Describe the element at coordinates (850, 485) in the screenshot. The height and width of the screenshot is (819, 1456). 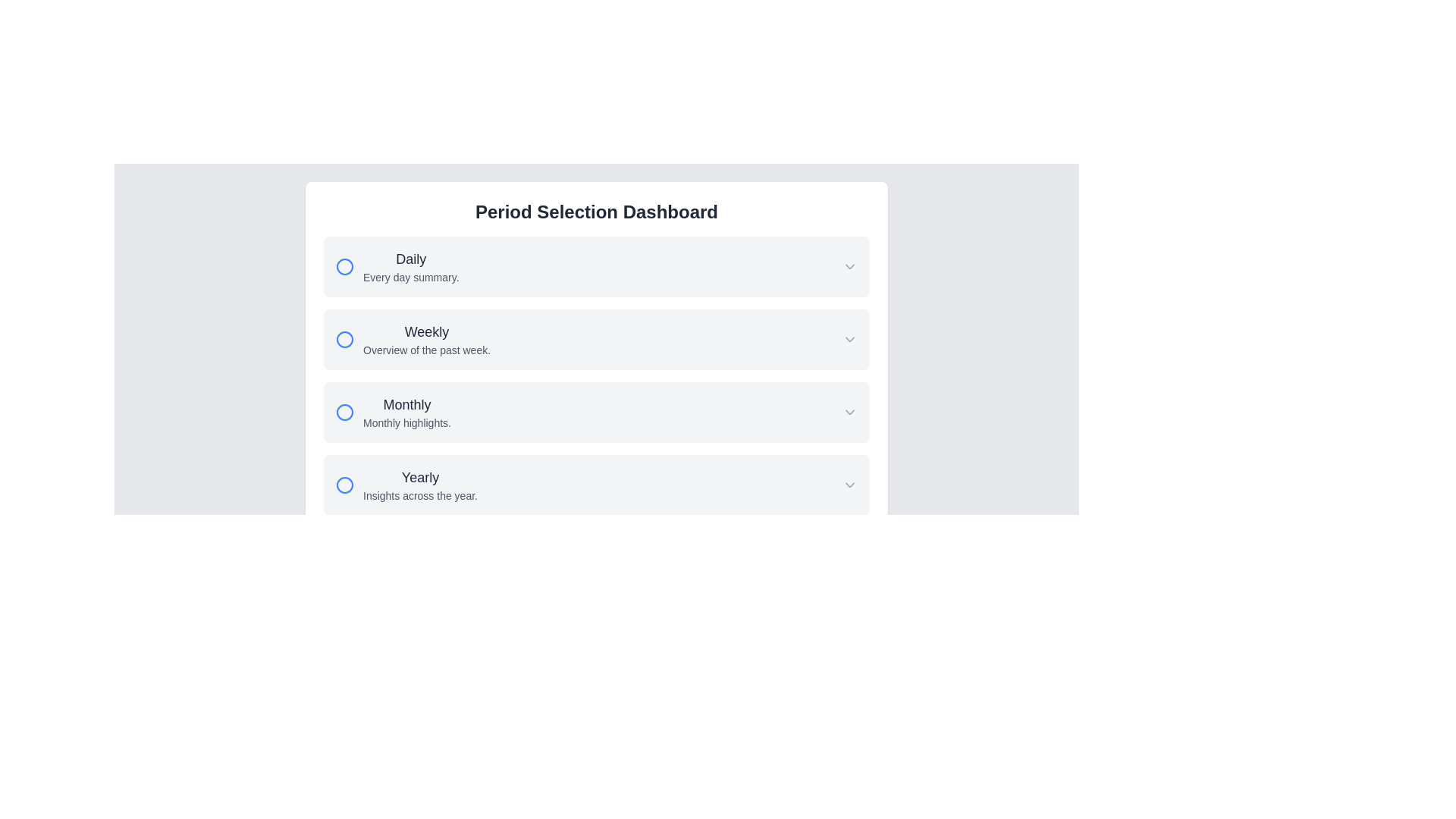
I see `the Chevron Icon located at the right-hand side of the 'Yearly' section` at that location.